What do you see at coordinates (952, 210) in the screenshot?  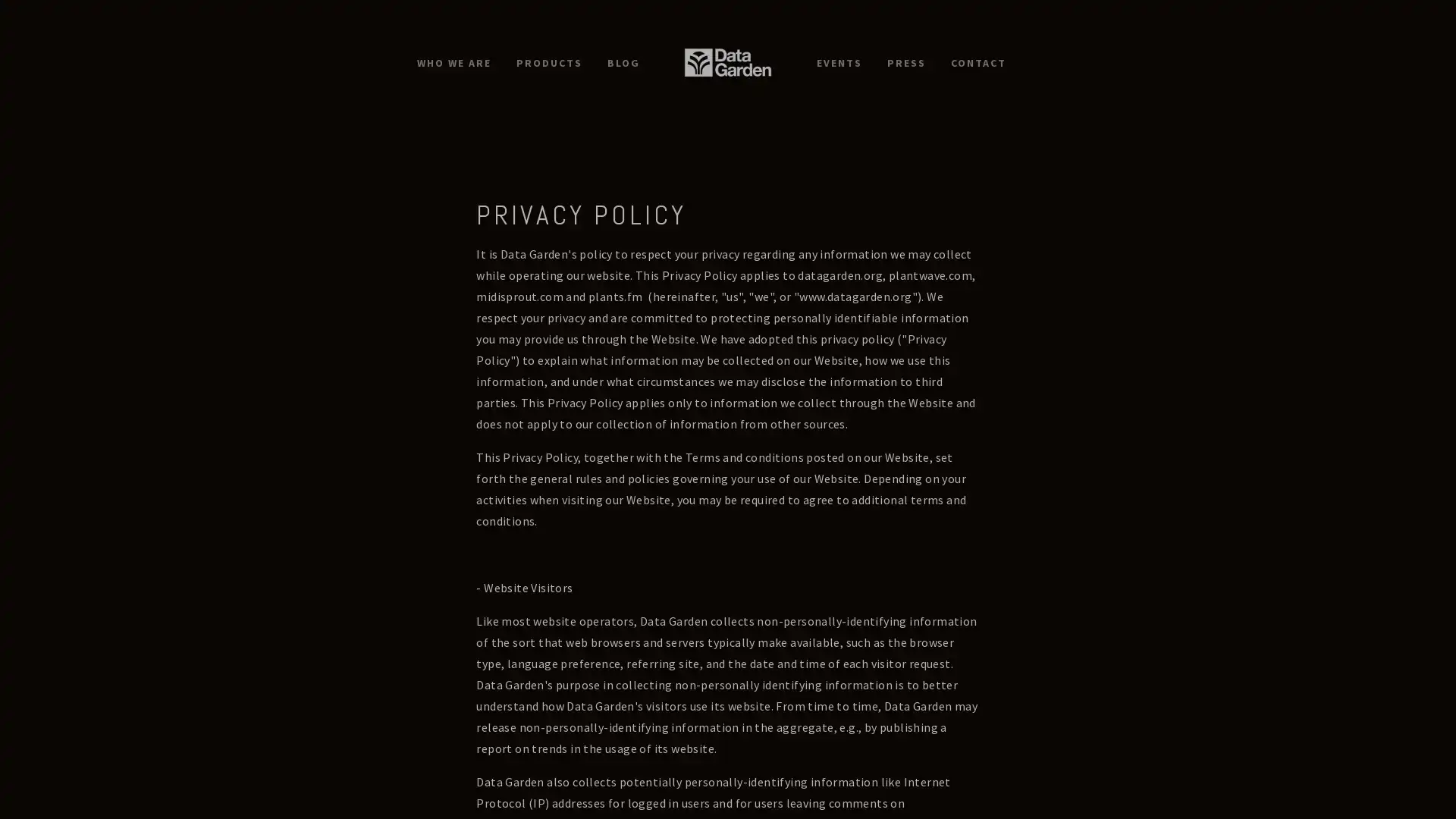 I see `Close` at bounding box center [952, 210].